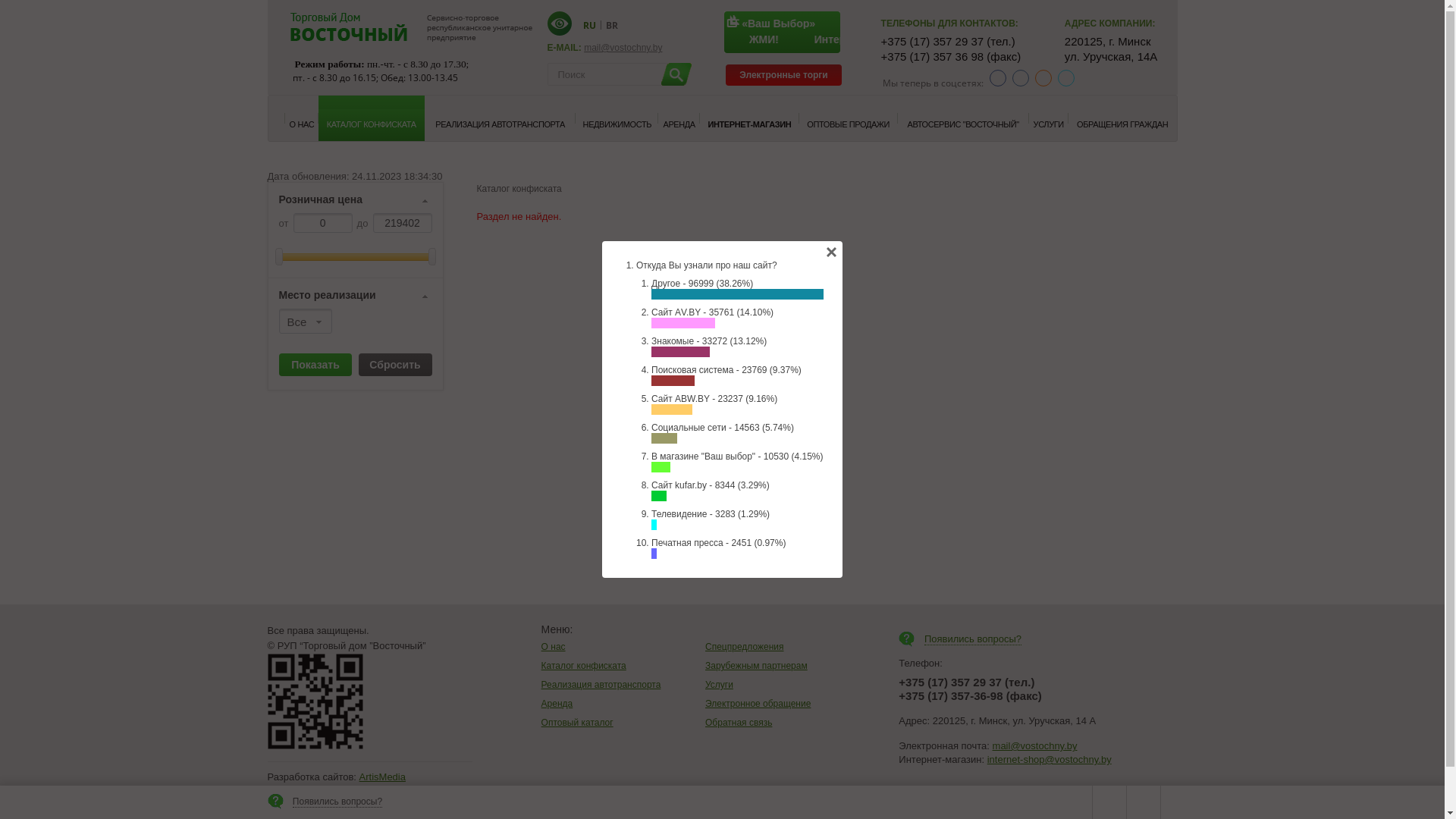 The width and height of the screenshot is (1456, 819). Describe the element at coordinates (1048, 759) in the screenshot. I see `'internet-shop@vostochny.by'` at that location.